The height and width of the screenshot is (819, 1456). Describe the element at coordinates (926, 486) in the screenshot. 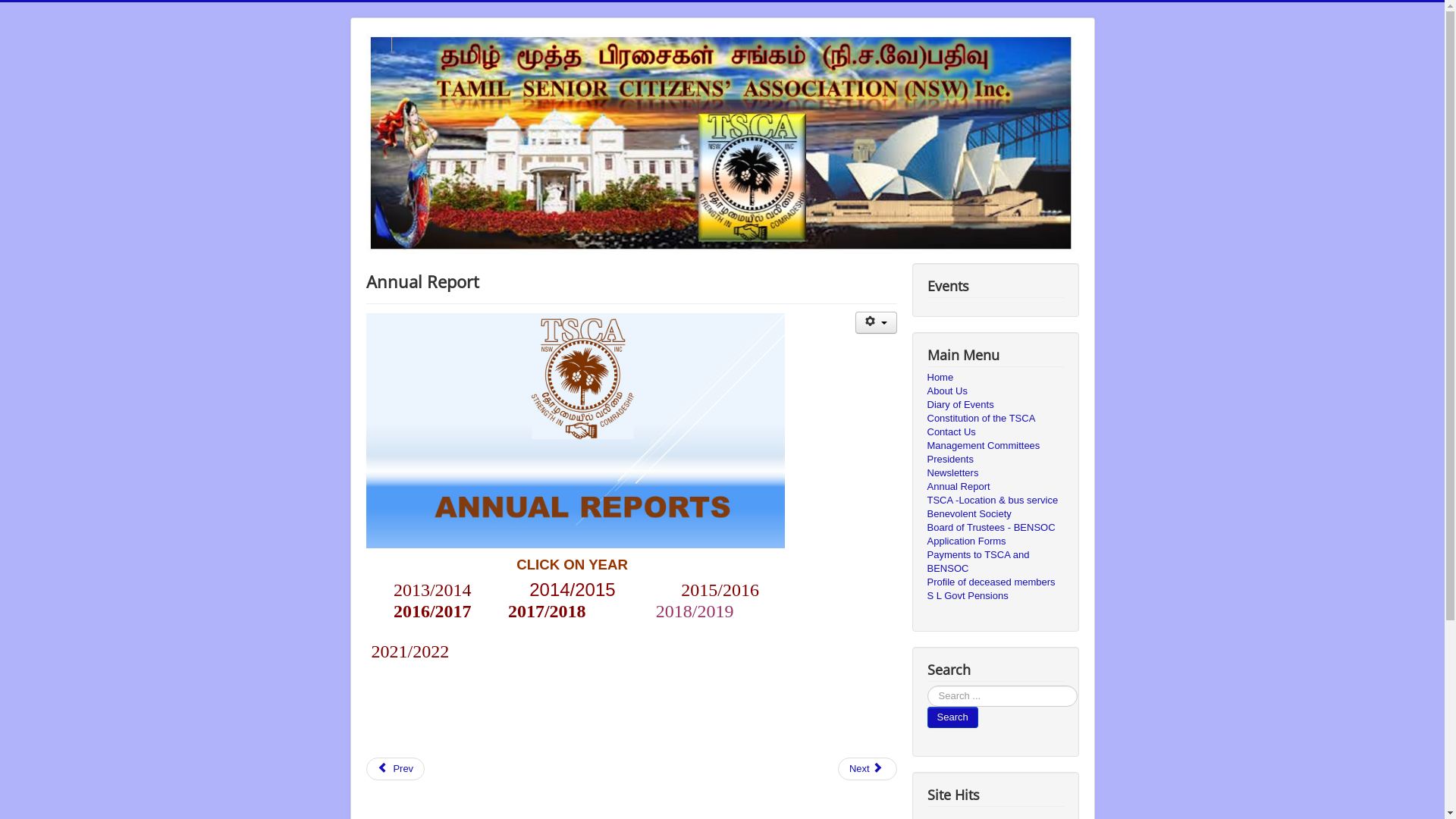

I see `'Annual Report'` at that location.